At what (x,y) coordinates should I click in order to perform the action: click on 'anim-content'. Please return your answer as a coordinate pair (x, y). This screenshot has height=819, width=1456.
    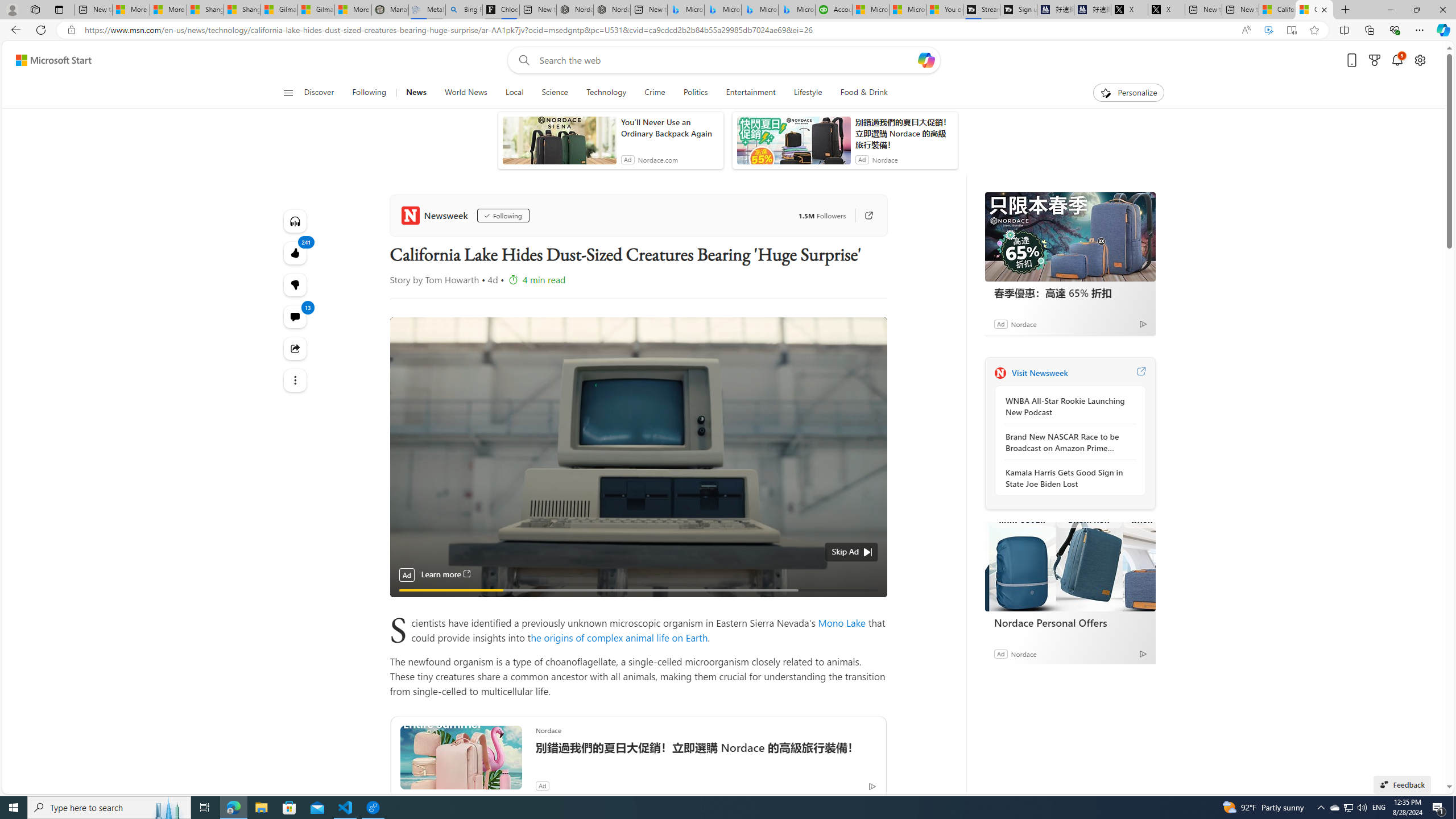
    Looking at the image, I should click on (793, 144).